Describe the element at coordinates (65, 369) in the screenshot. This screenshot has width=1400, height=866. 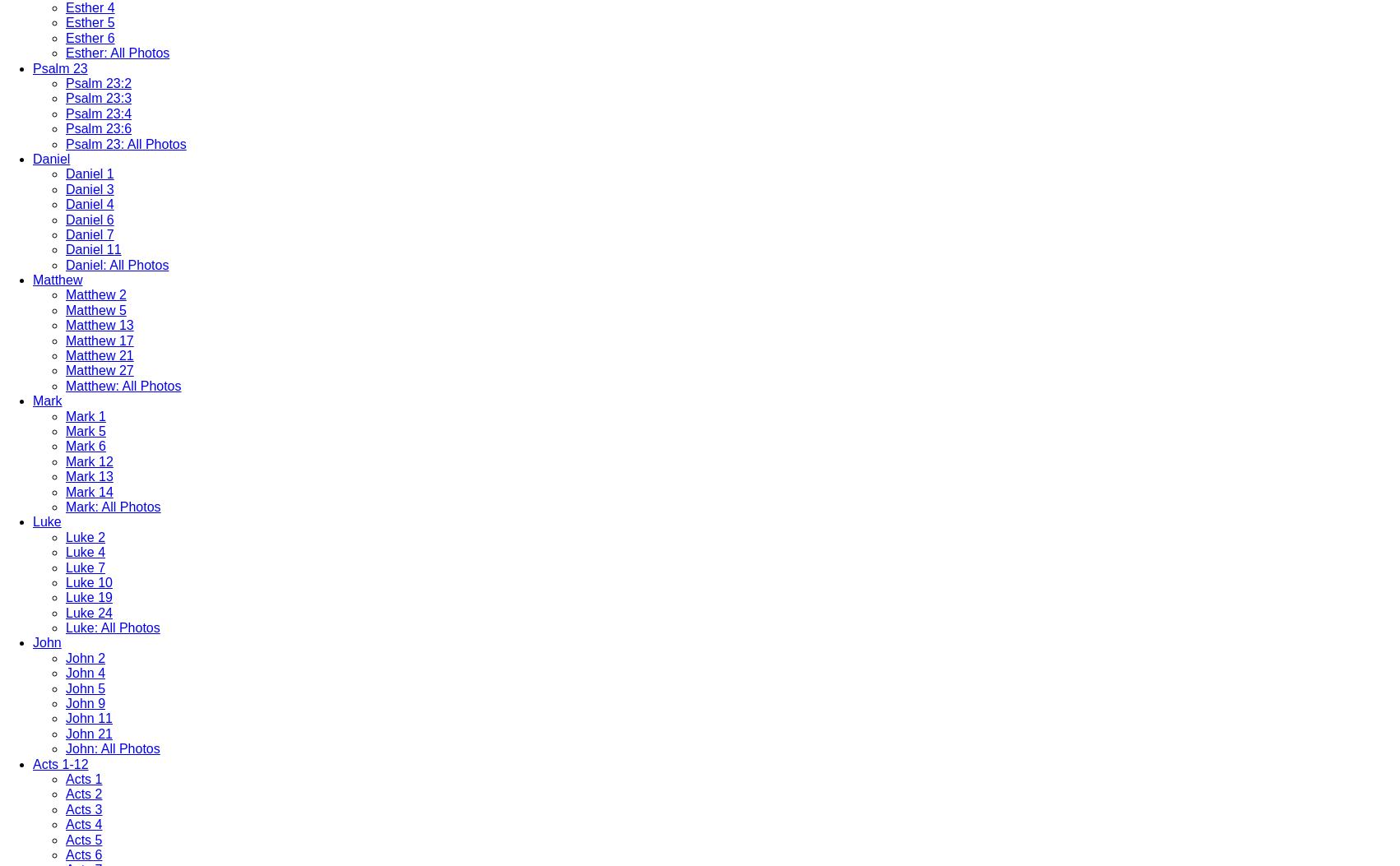
I see `'Matthew 27'` at that location.